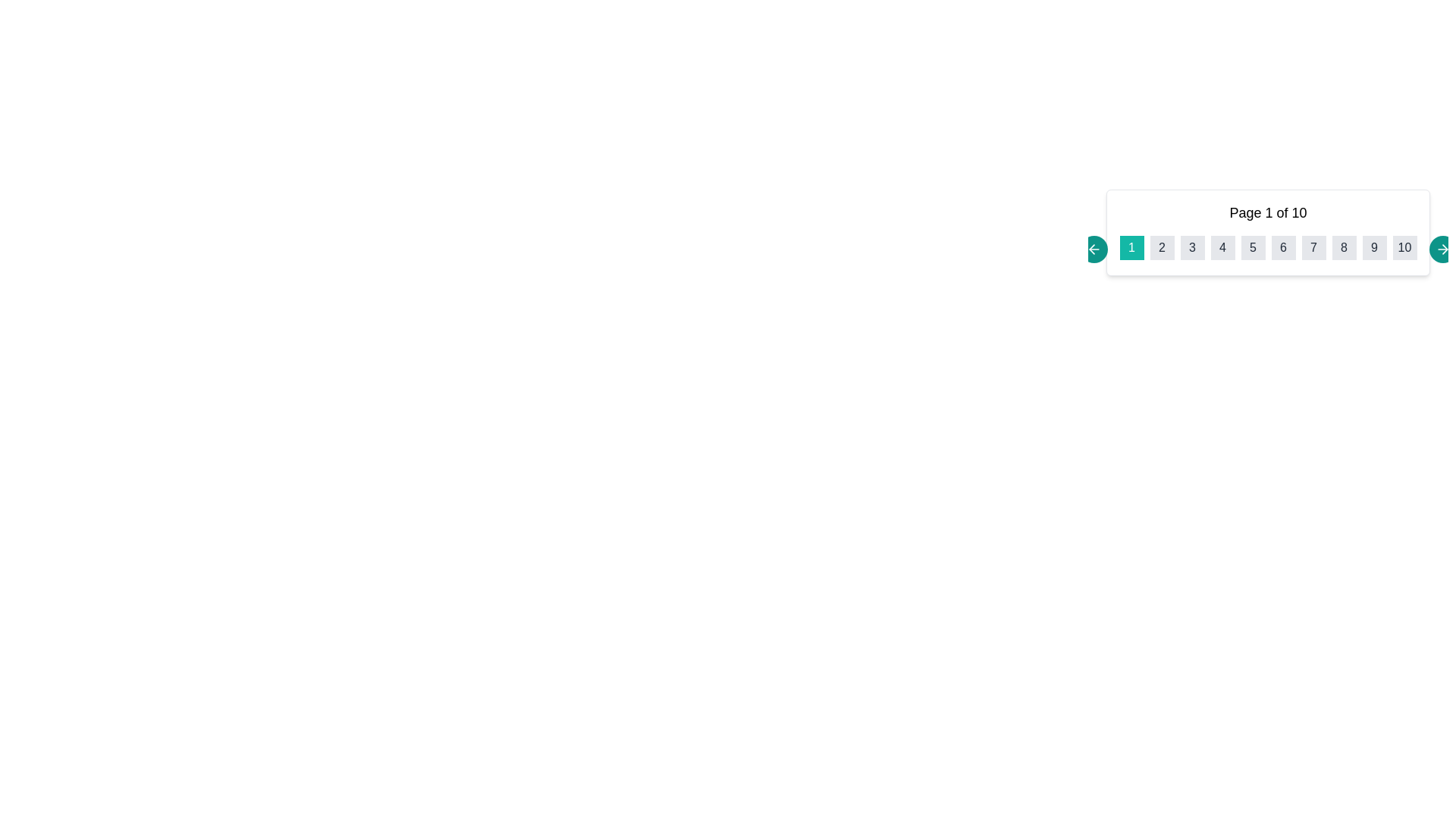 This screenshot has width=1456, height=819. Describe the element at coordinates (1268, 248) in the screenshot. I see `the current page` at that location.